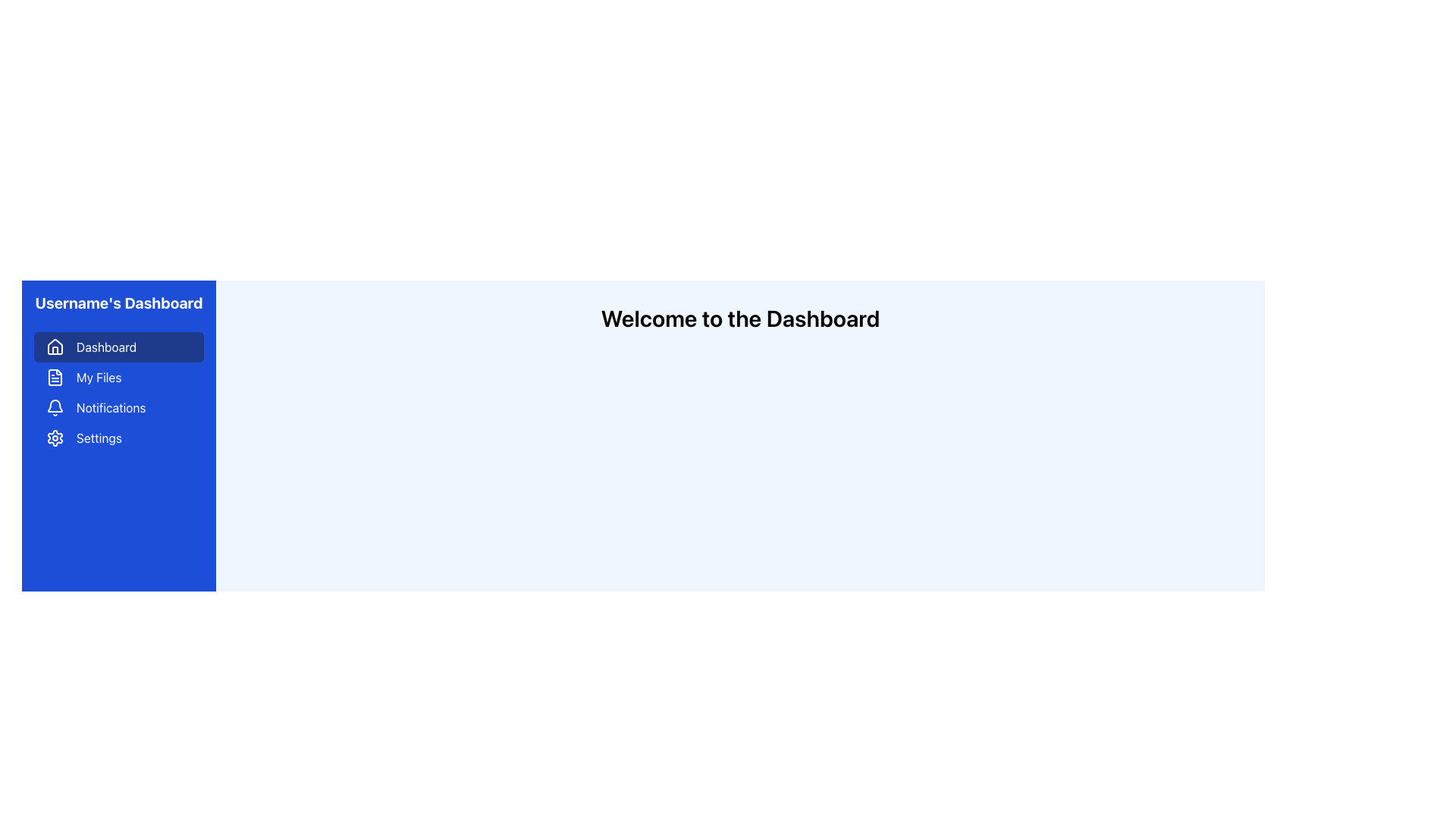  I want to click on the decorative icon representing the 'Dashboard' button located to the left of the 'Dashboard' text in the main navigation panel, so click(55, 347).